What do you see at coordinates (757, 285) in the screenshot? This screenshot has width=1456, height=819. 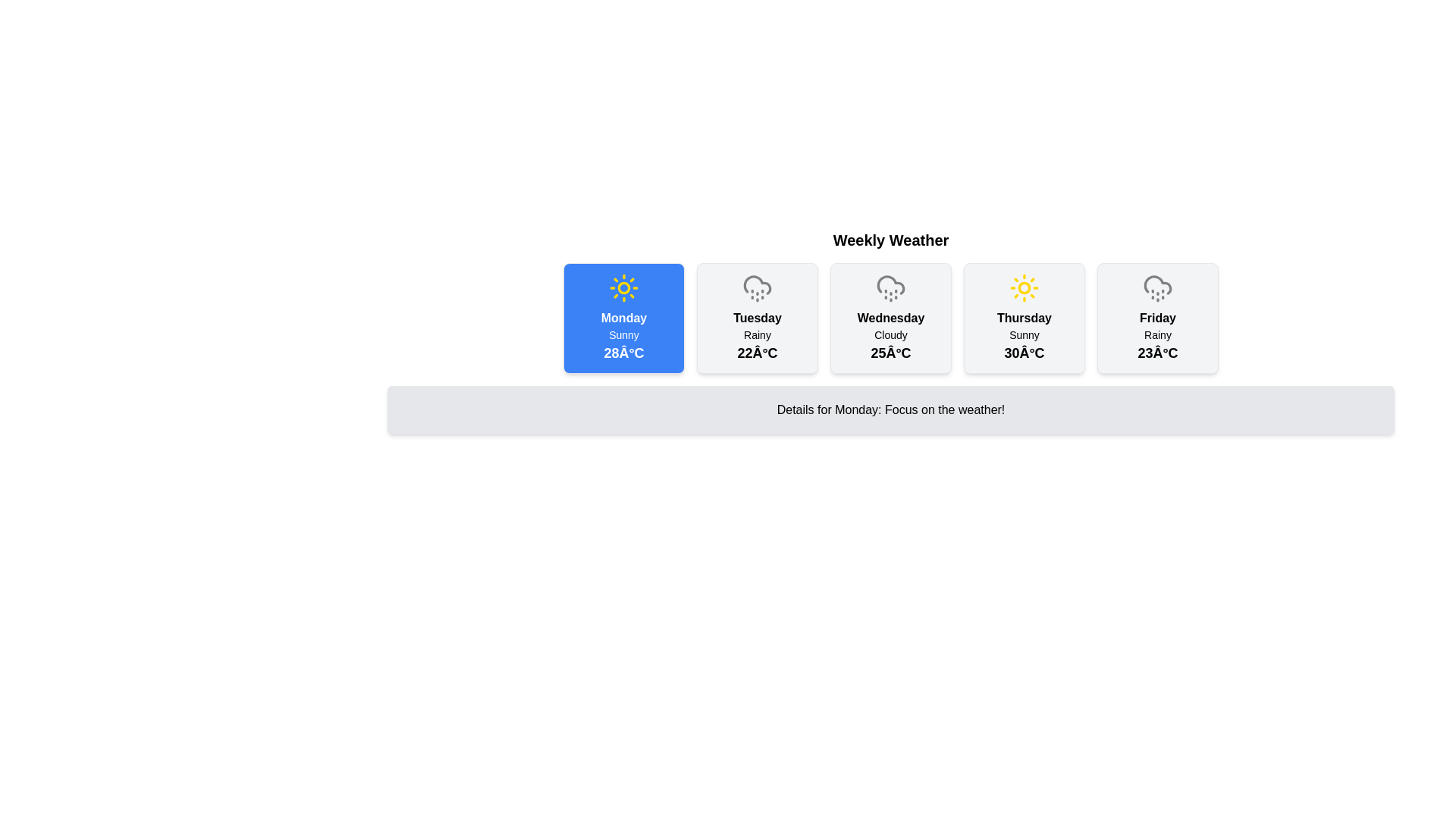 I see `the weather icon indicating rain for Tuesday, located at the top-center of the second card labeled 'Tuesday Rainy 22°C'` at bounding box center [757, 285].